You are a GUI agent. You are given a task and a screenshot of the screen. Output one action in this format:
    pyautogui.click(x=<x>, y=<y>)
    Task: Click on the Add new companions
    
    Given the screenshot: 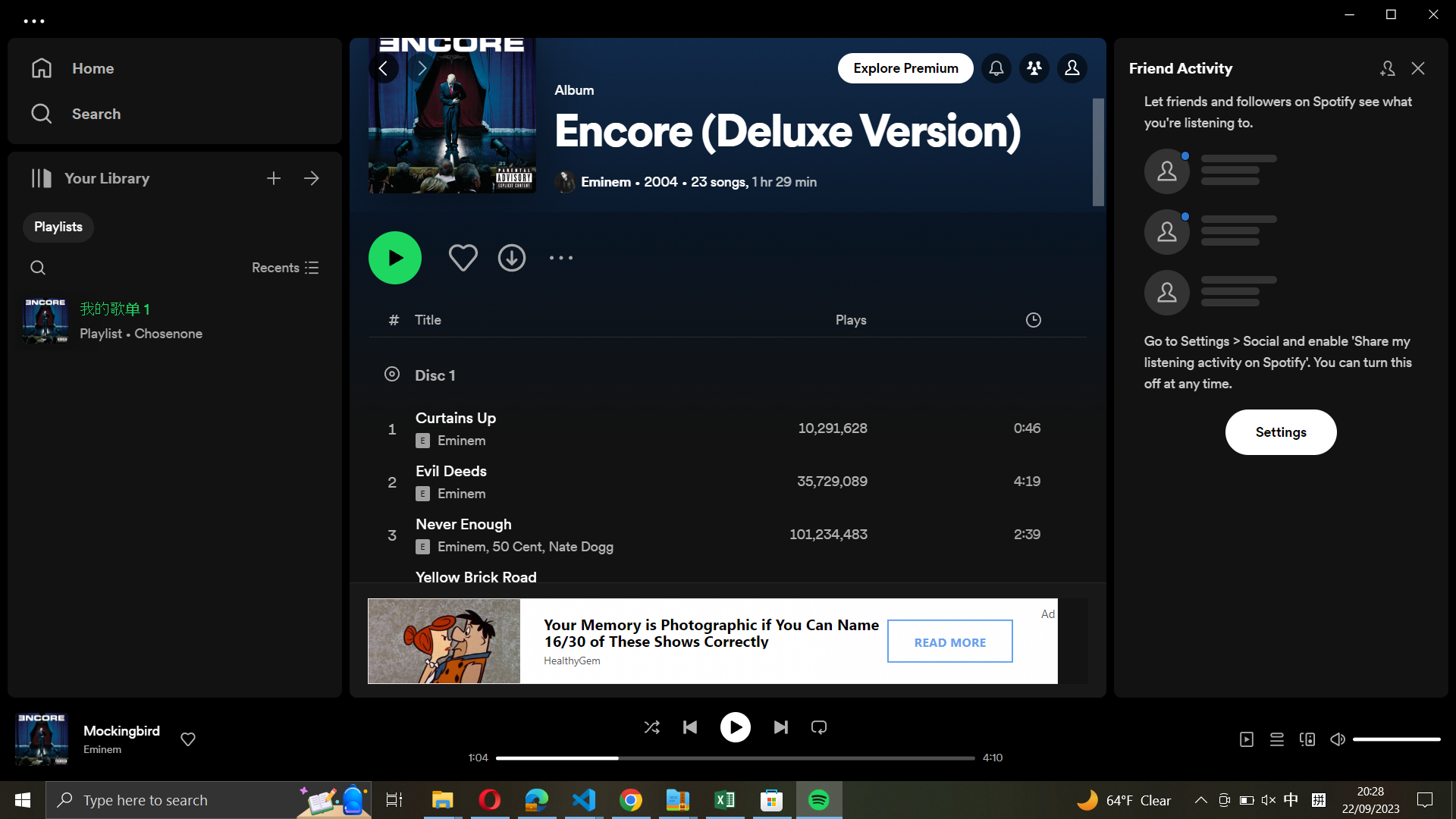 What is the action you would take?
    pyautogui.click(x=1386, y=66)
    